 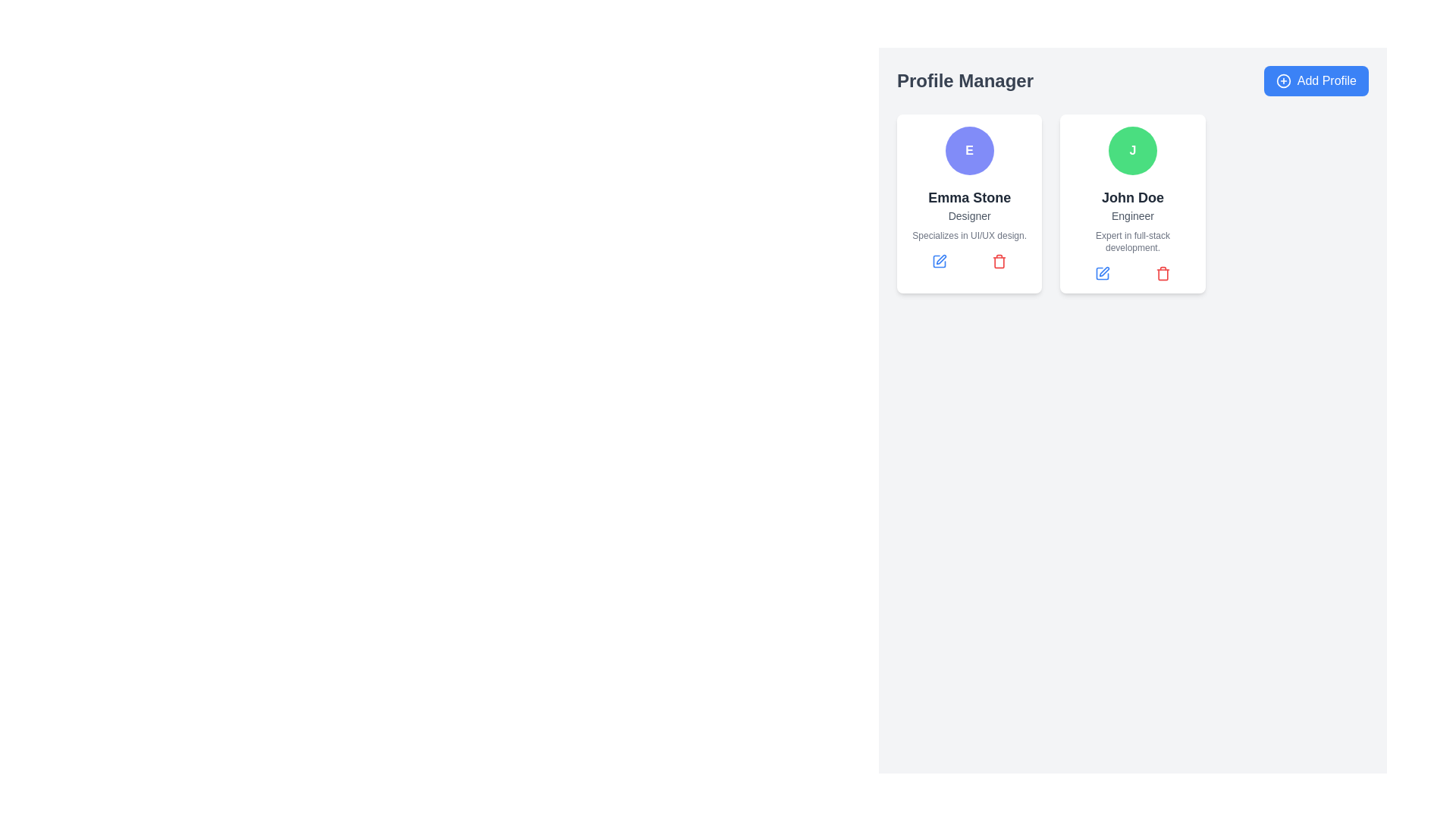 I want to click on the text label displaying 'John Doe', which is styled in bold sans-serif font and is located in the right profile card, below the profile icon 'J', so click(x=1132, y=197).